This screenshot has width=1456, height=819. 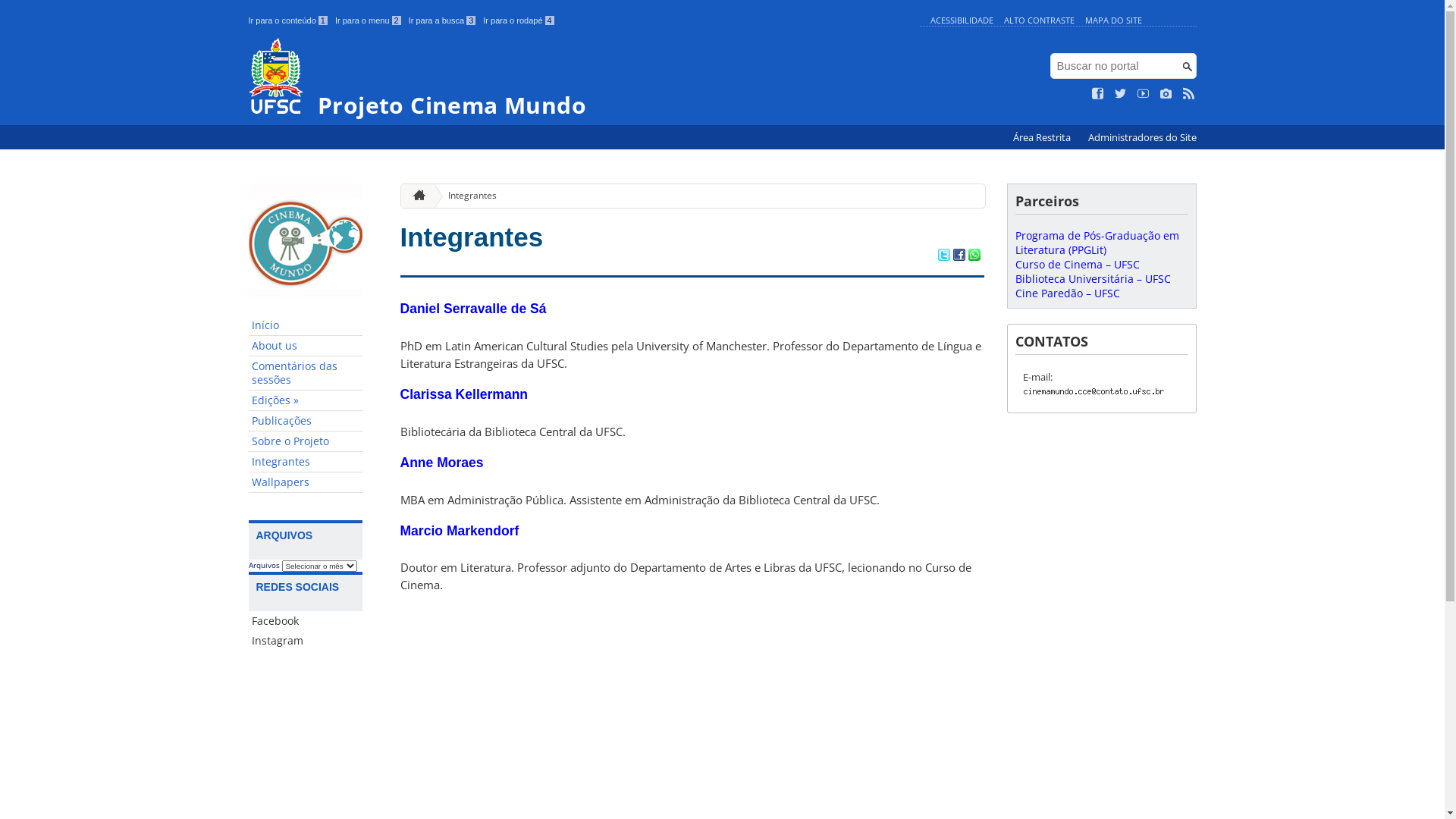 I want to click on 'Marcio Markendorf', so click(x=459, y=529).